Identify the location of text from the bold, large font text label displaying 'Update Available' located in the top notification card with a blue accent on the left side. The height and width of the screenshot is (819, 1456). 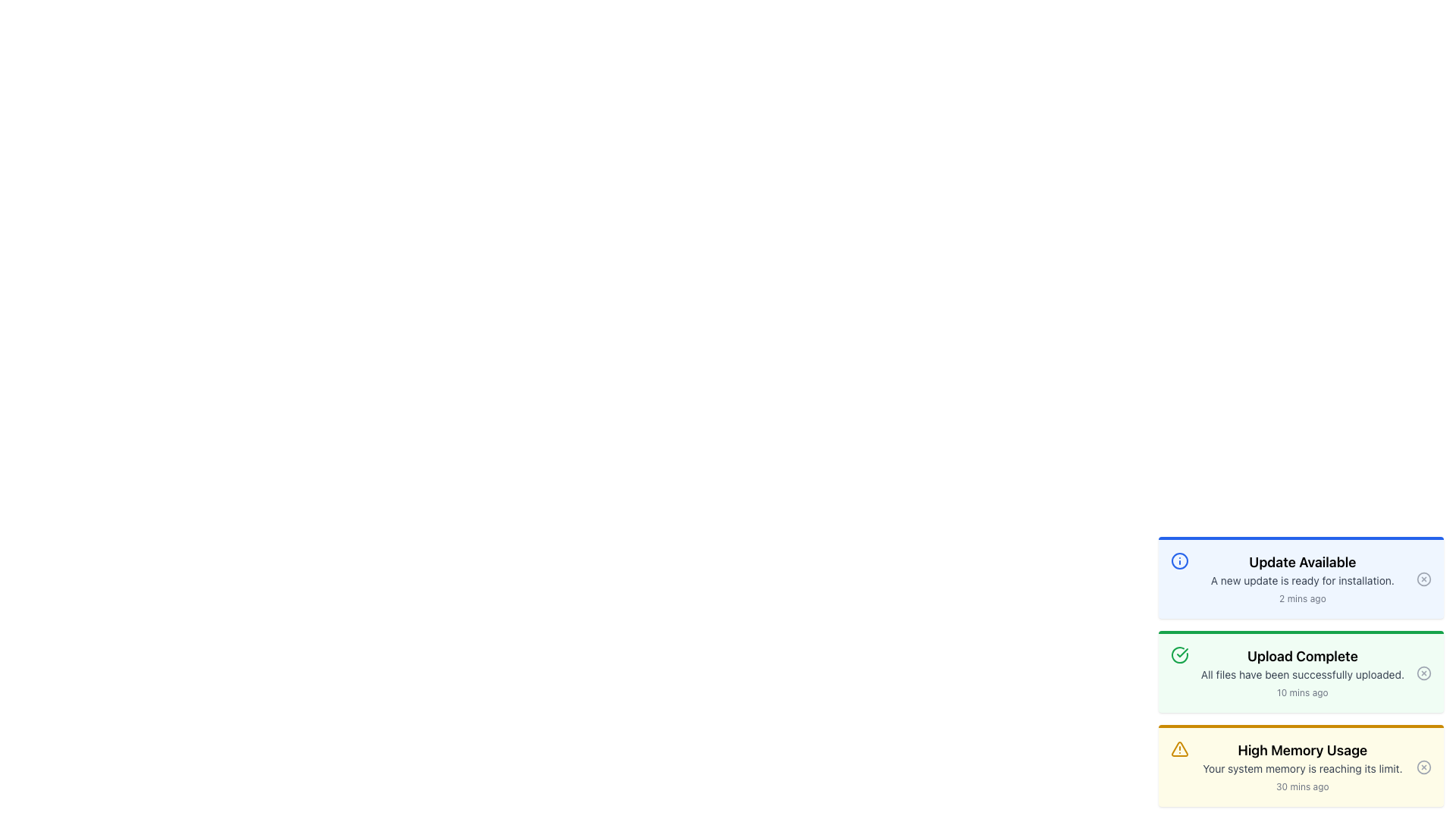
(1301, 562).